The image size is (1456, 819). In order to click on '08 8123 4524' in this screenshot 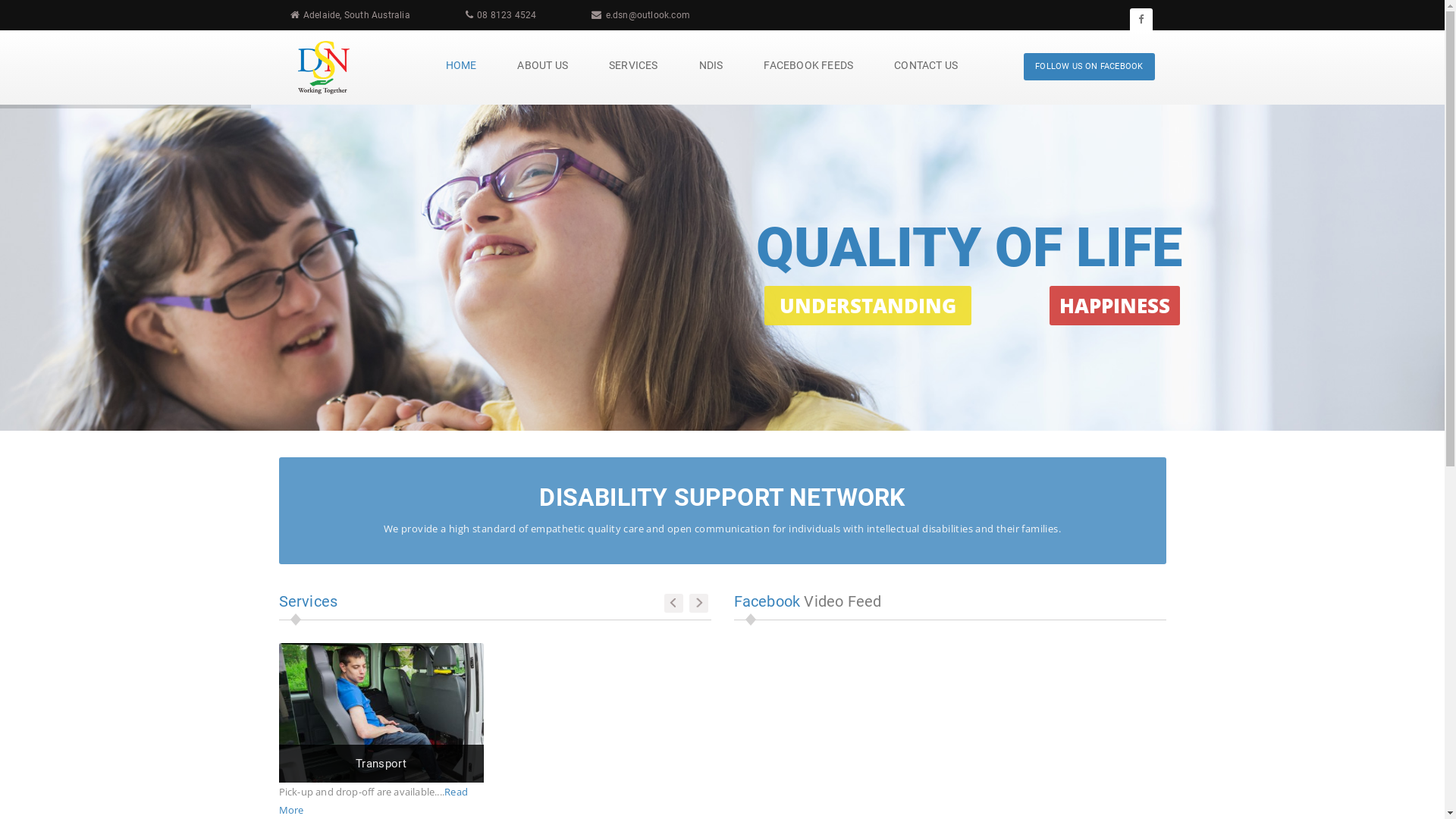, I will do `click(506, 14)`.